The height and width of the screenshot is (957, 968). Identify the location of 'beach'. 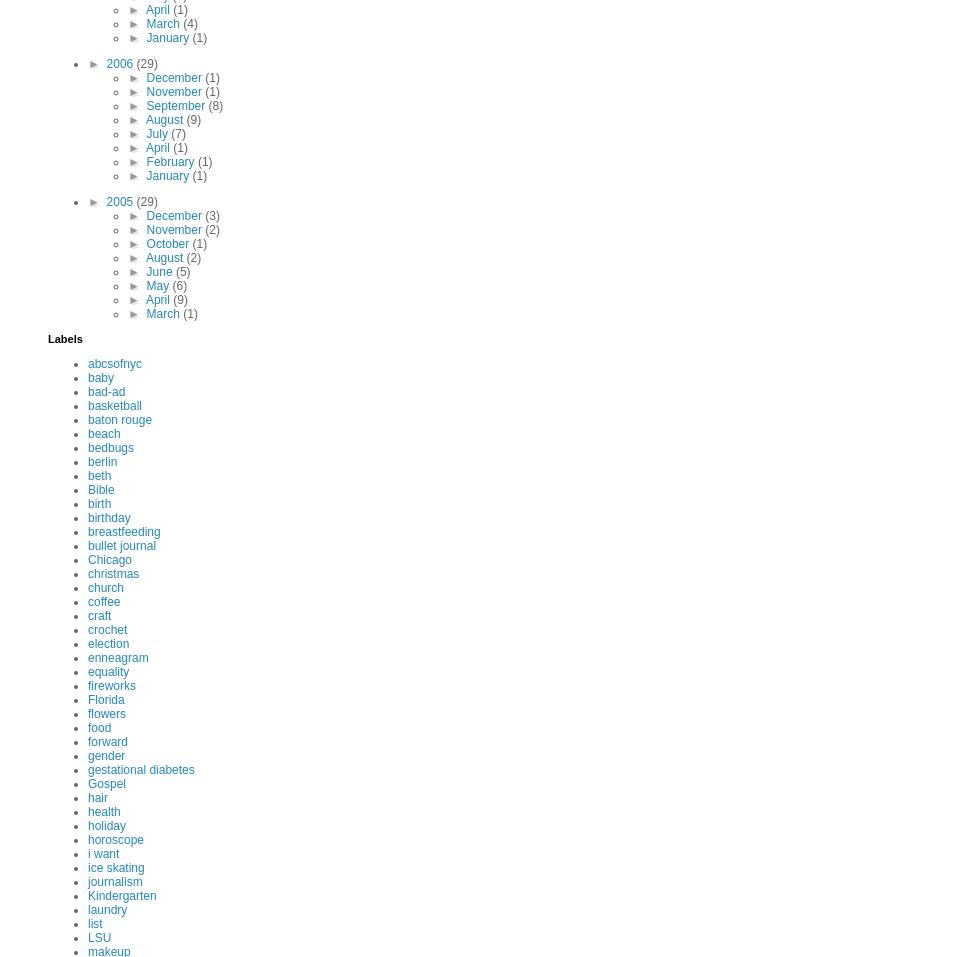
(103, 432).